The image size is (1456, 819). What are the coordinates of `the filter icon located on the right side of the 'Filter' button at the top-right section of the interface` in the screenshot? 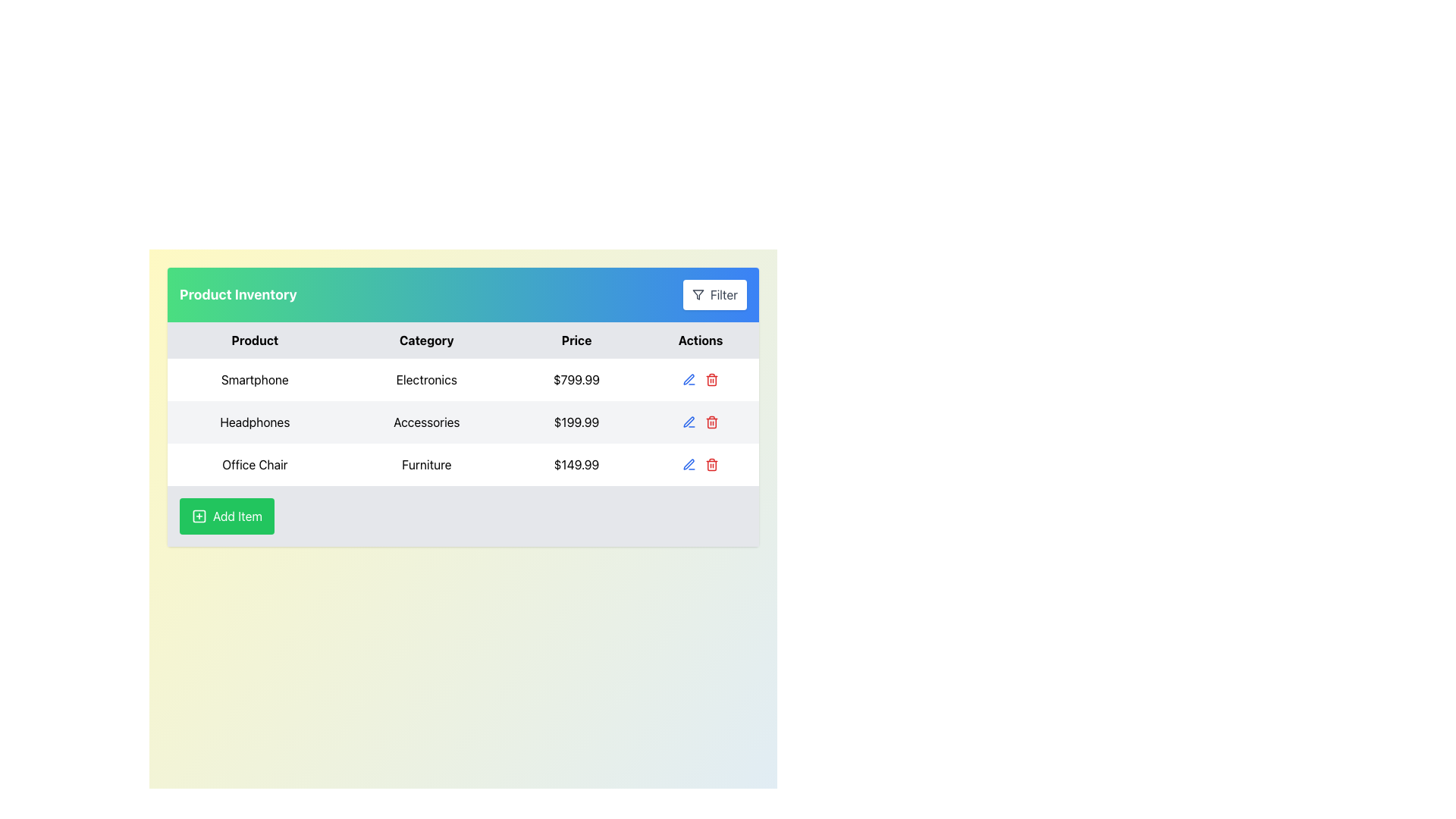 It's located at (697, 295).